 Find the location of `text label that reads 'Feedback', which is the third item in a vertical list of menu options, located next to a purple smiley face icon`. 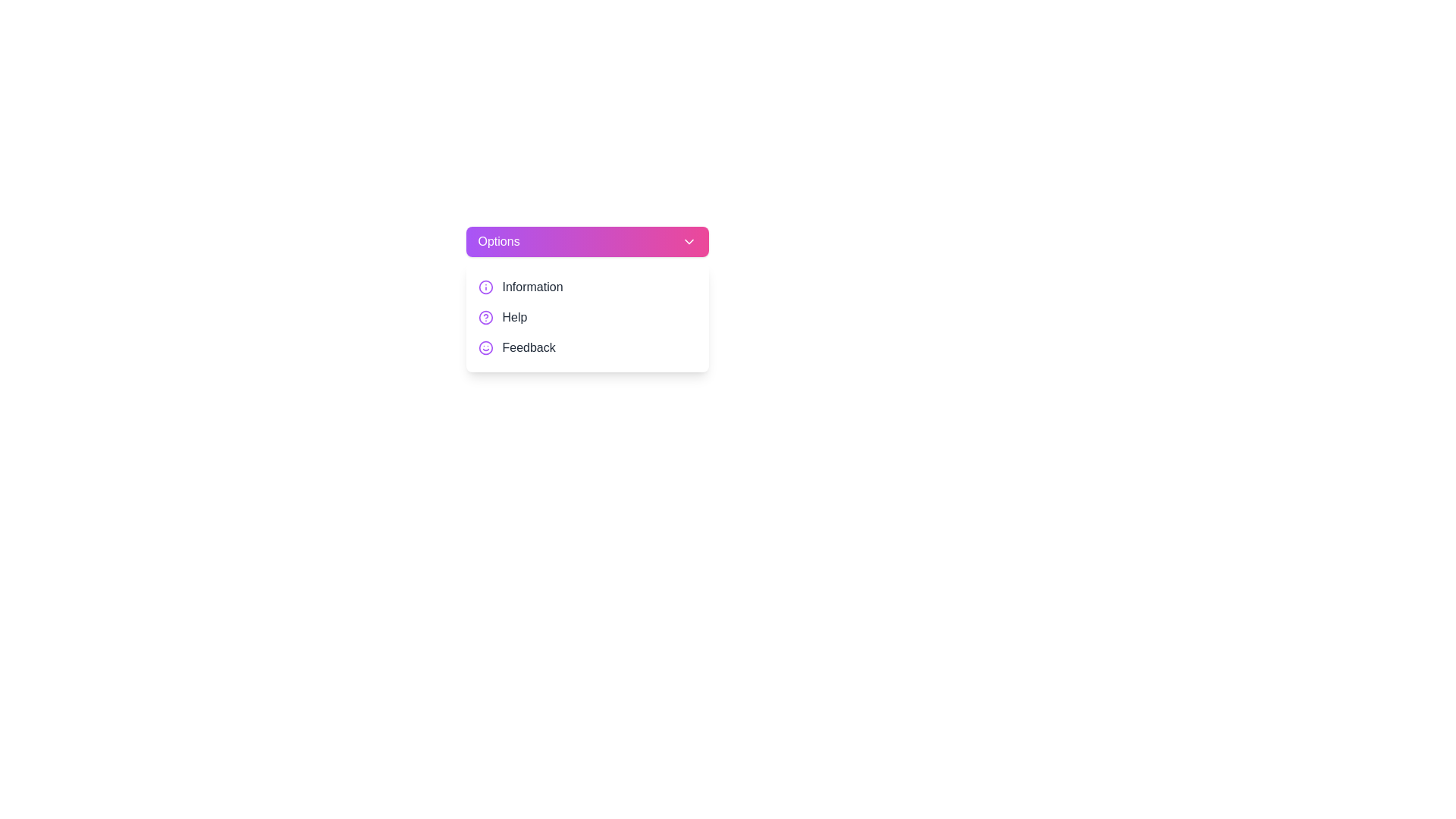

text label that reads 'Feedback', which is the third item in a vertical list of menu options, located next to a purple smiley face icon is located at coordinates (529, 348).